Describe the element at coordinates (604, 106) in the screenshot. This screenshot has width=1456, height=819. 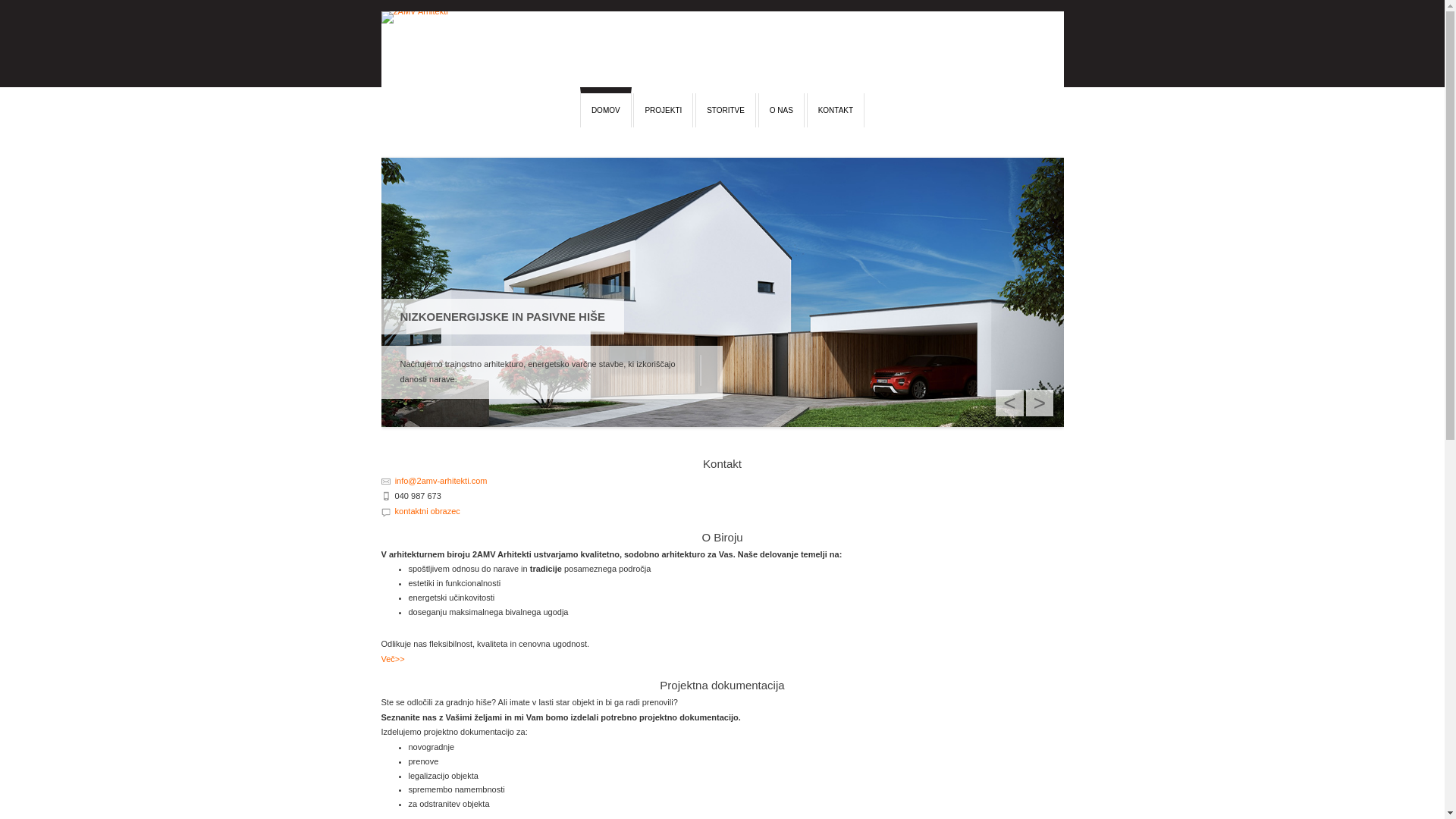
I see `'DOMOV'` at that location.